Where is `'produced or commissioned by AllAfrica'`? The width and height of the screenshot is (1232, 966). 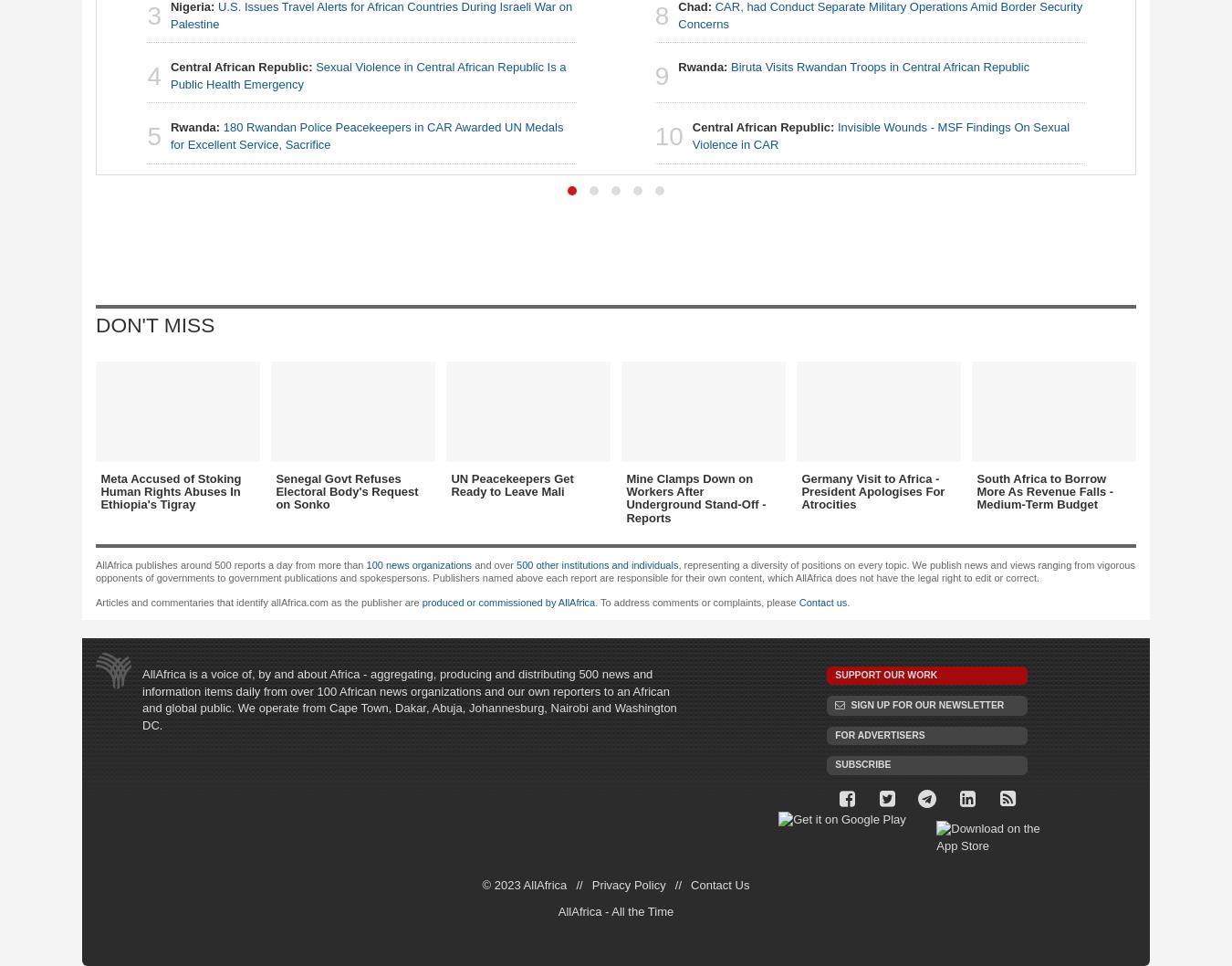 'produced or commissioned by AllAfrica' is located at coordinates (420, 601).